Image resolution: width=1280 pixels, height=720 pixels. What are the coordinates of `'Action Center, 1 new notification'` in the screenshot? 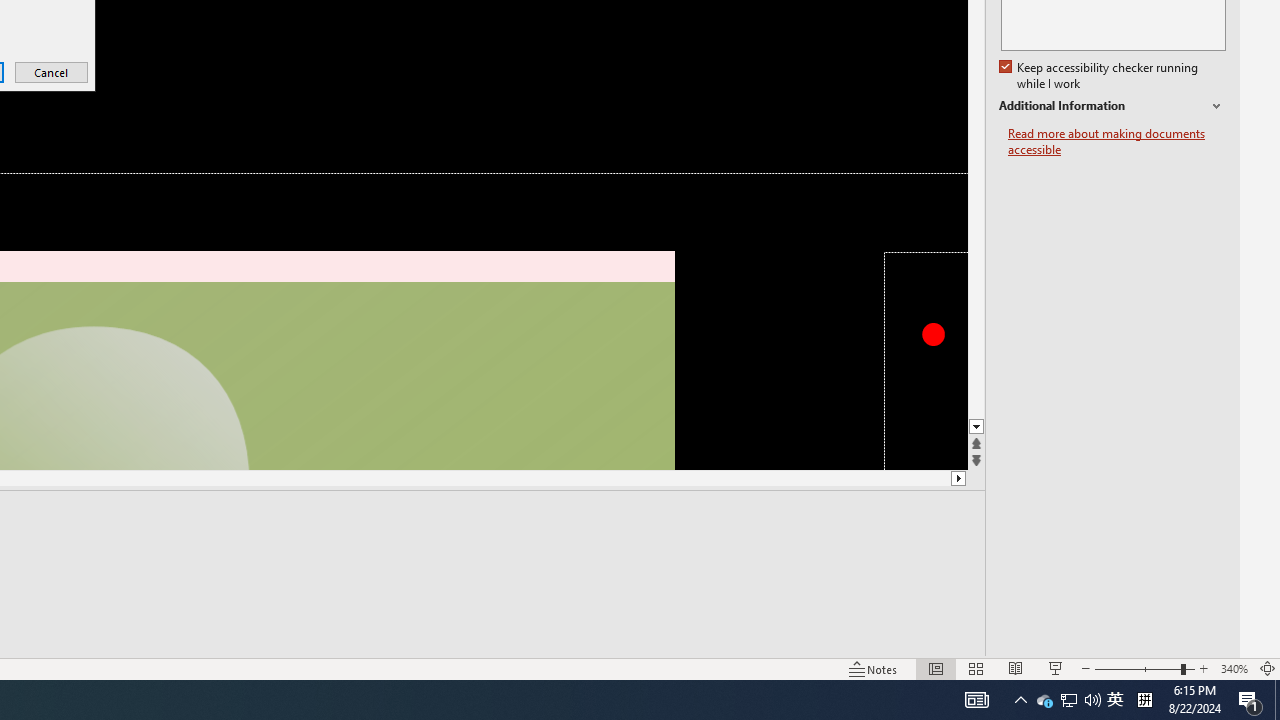 It's located at (1250, 698).